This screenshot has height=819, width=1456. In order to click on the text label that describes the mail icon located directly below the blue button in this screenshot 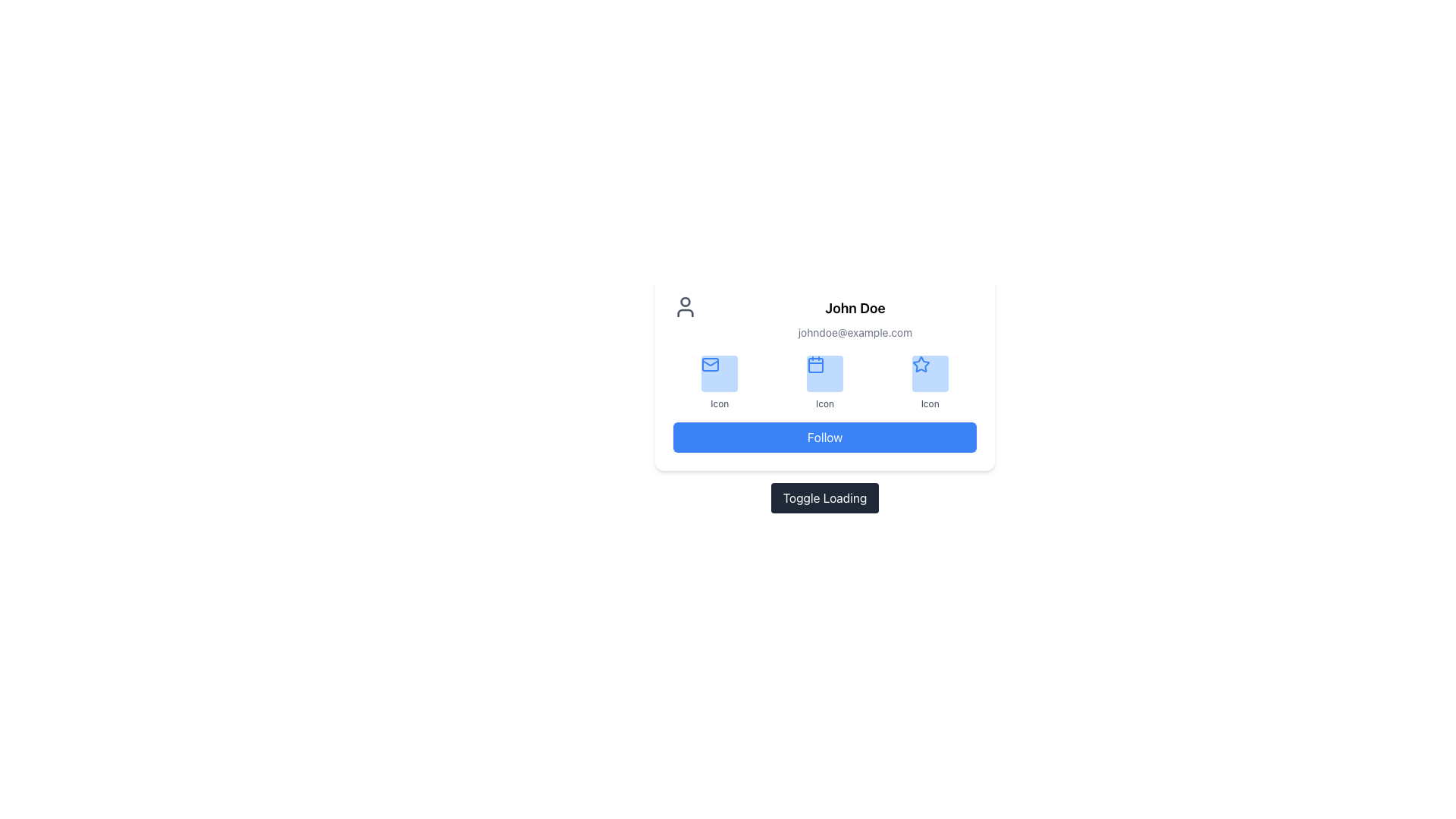, I will do `click(719, 403)`.